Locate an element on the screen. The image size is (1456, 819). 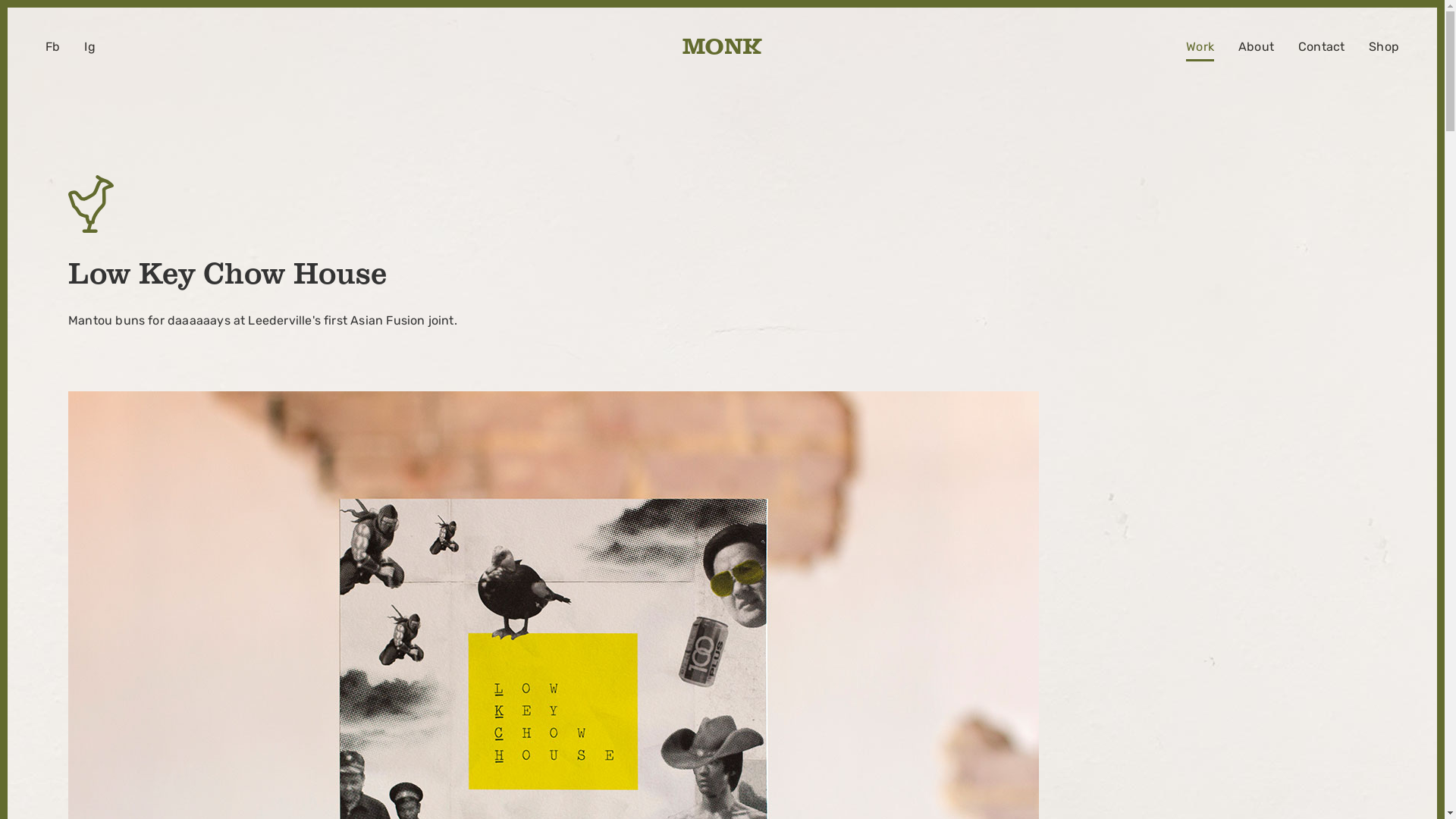
'Ig' is located at coordinates (89, 49).